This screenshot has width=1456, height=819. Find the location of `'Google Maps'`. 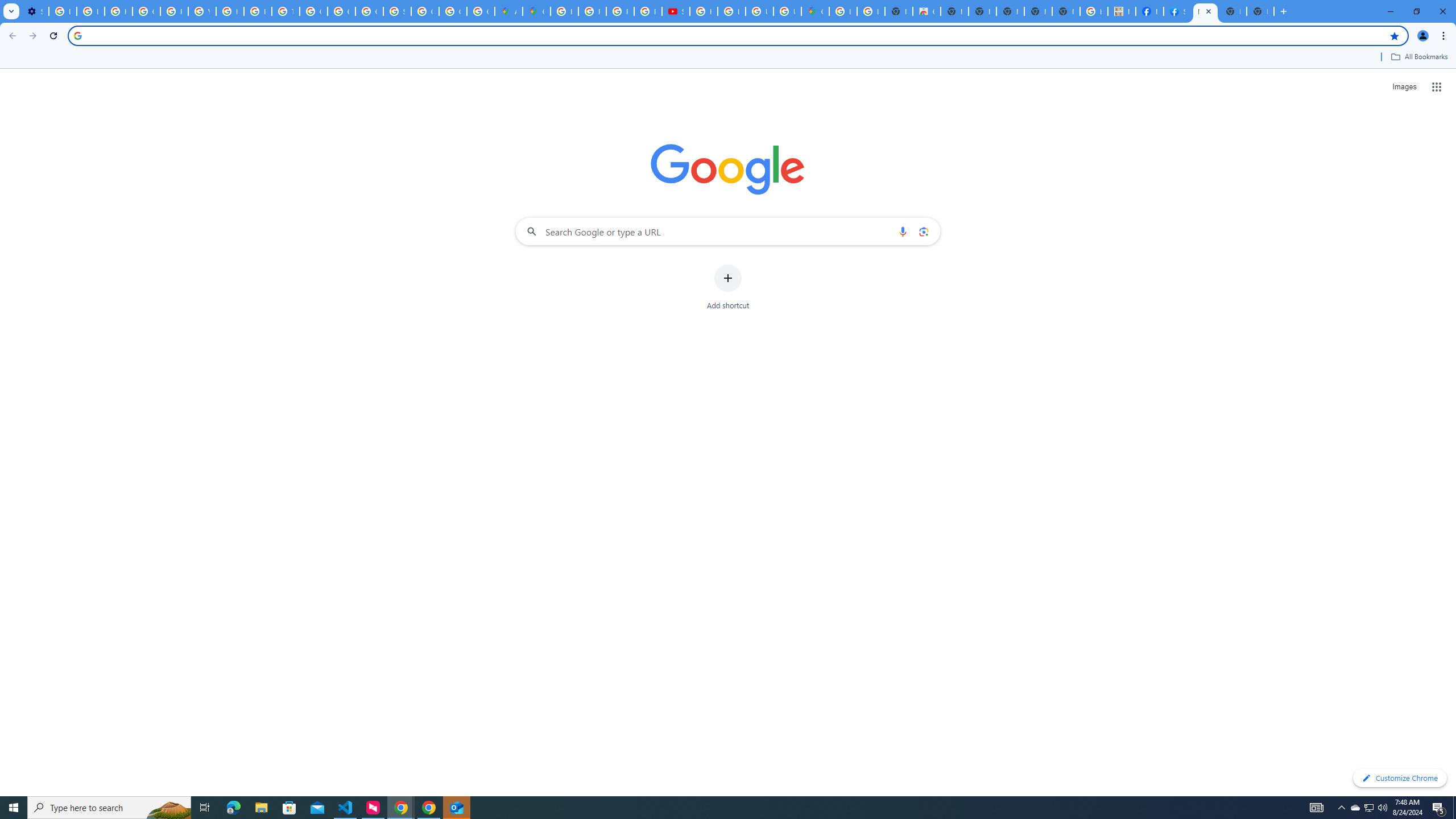

'Google Maps' is located at coordinates (536, 11).